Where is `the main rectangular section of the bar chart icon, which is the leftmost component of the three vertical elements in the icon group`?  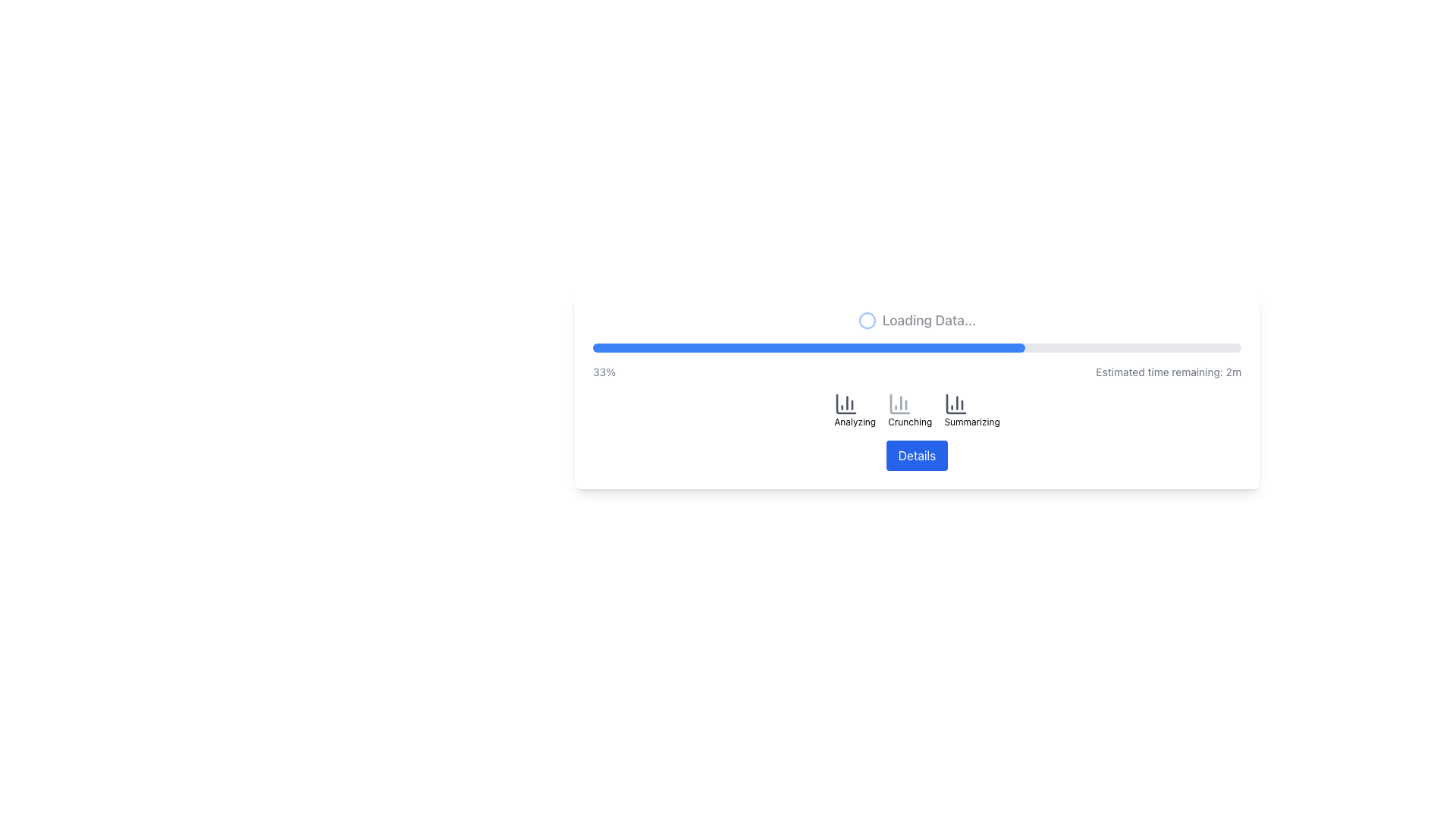
the main rectangular section of the bar chart icon, which is the leftmost component of the three vertical elements in the icon group is located at coordinates (846, 403).